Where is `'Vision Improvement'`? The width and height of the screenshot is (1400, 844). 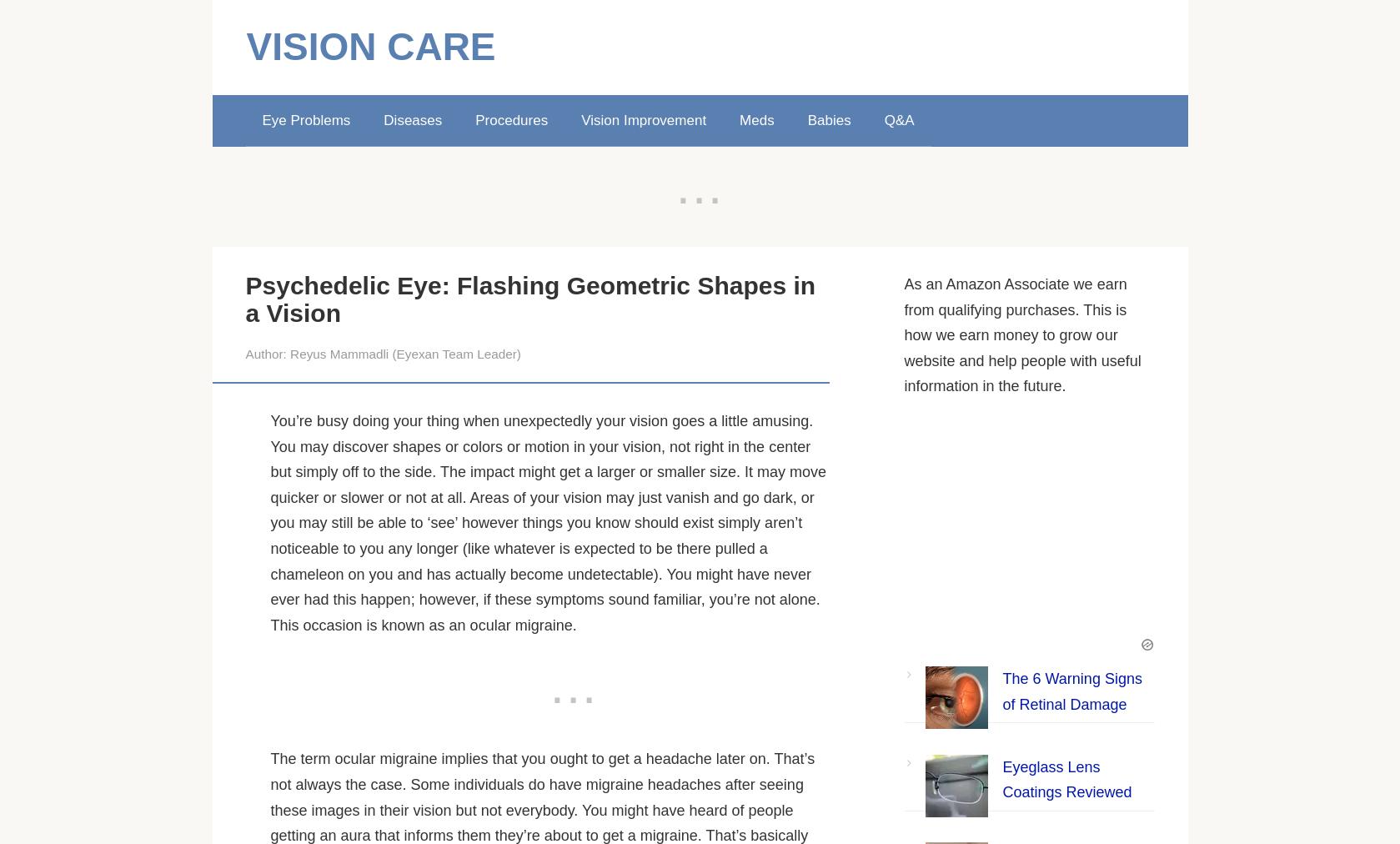
'Vision Improvement' is located at coordinates (644, 119).